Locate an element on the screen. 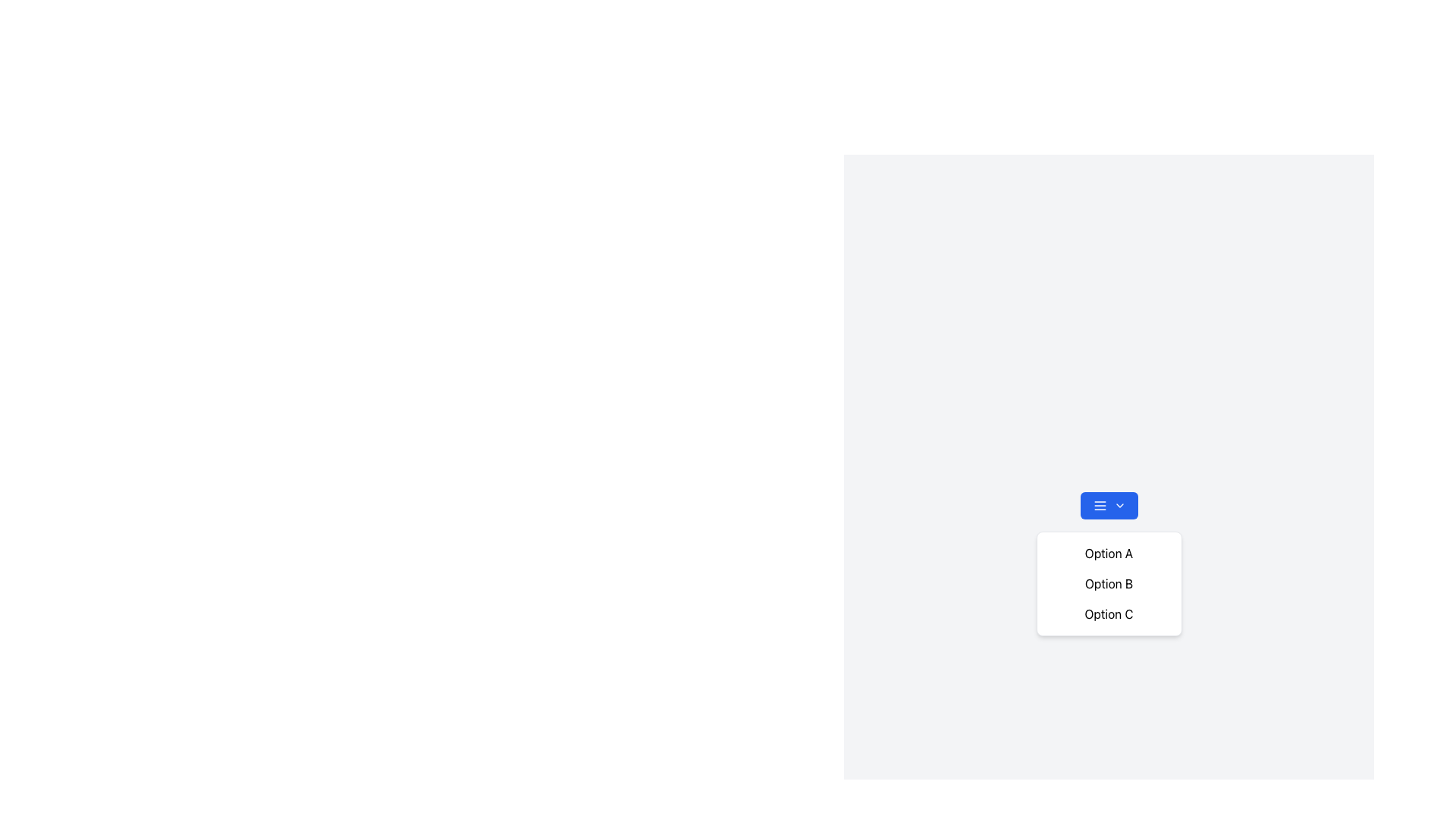 The width and height of the screenshot is (1456, 819). the Dropdown list item displaying 'Option B' is located at coordinates (1109, 583).